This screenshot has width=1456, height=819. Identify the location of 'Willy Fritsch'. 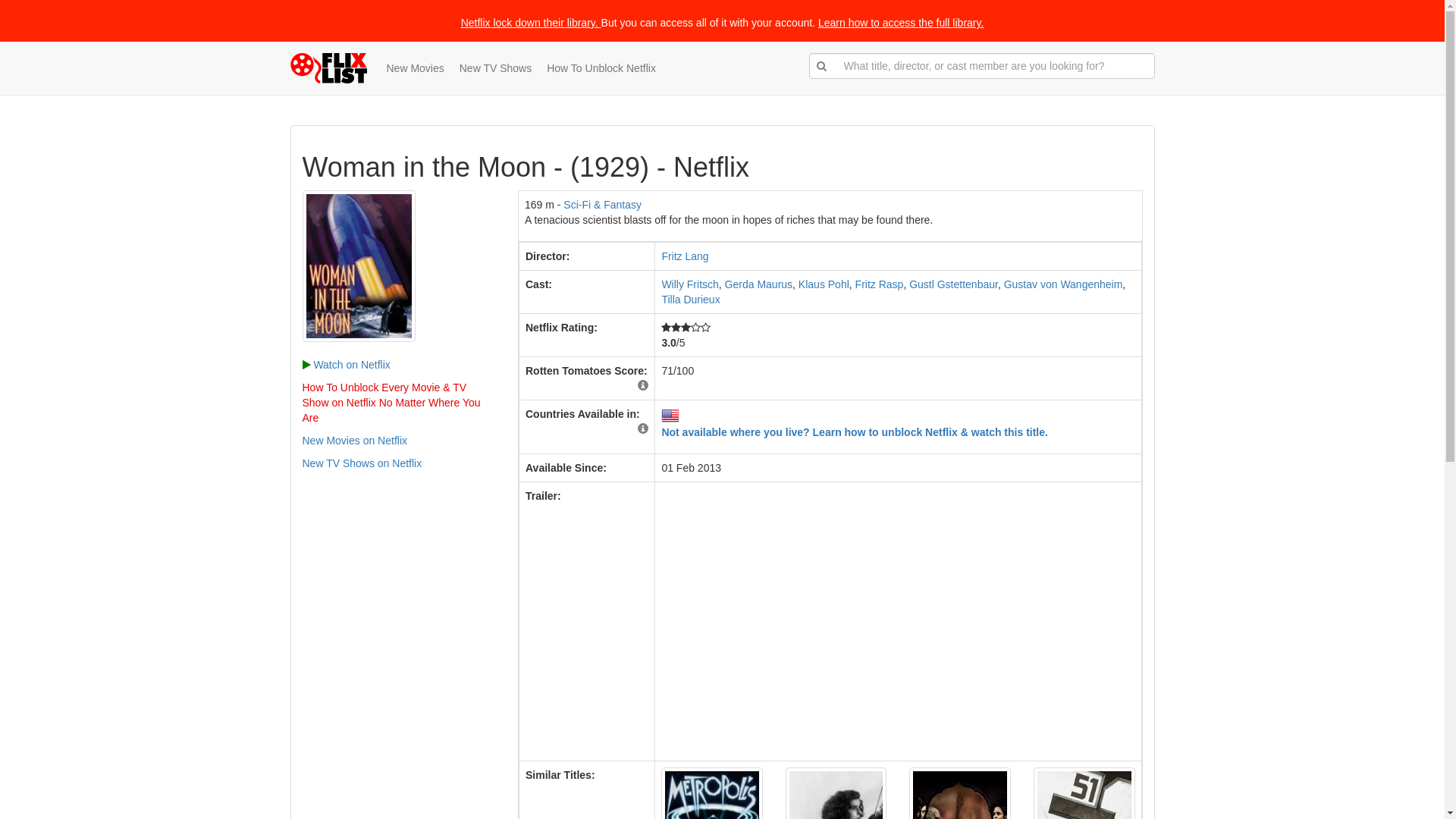
(689, 284).